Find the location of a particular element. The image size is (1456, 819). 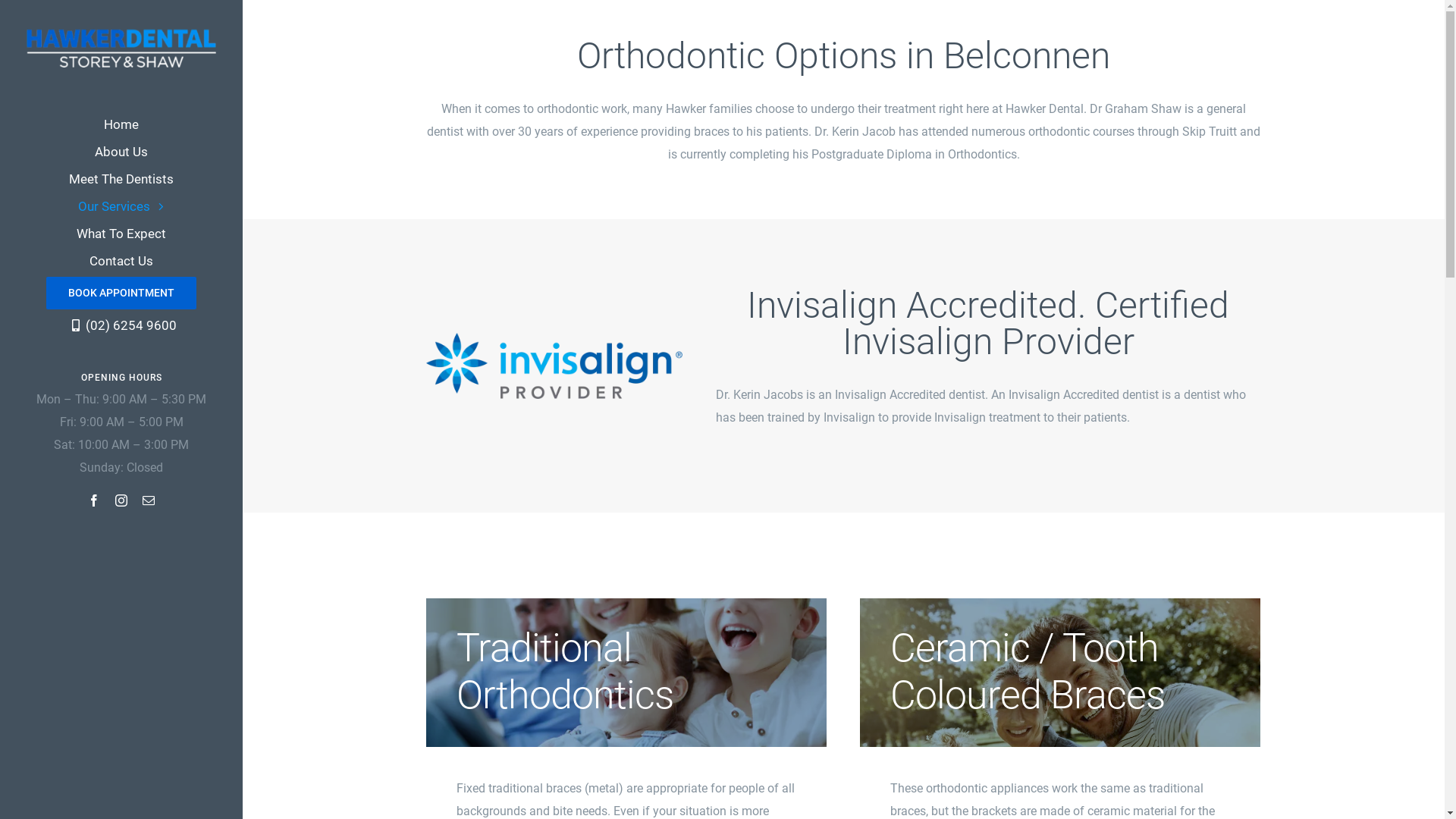

'What To Expect' is located at coordinates (120, 234).